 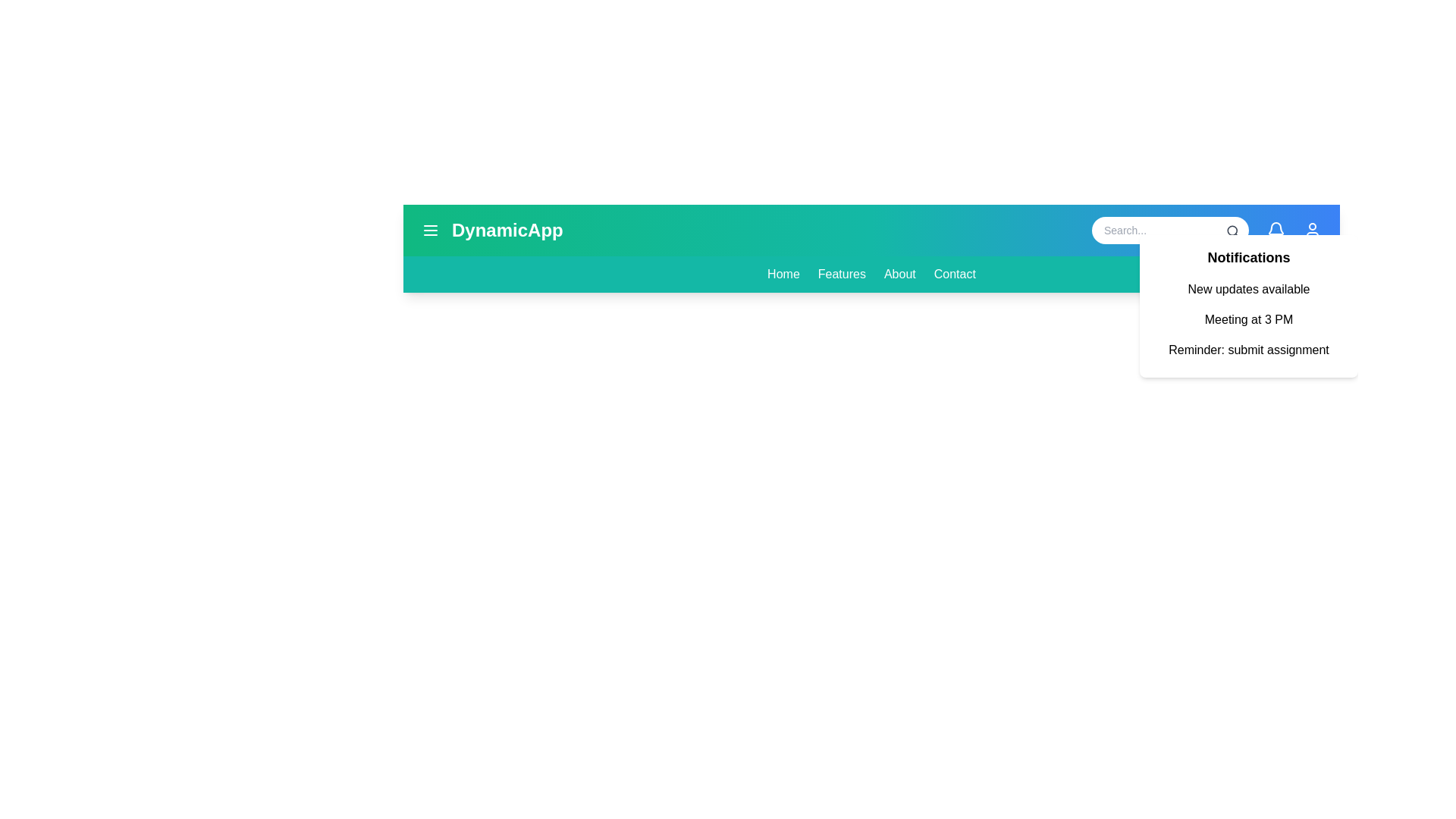 I want to click on the menu icon to toggle the navigation menu visibility, so click(x=429, y=231).